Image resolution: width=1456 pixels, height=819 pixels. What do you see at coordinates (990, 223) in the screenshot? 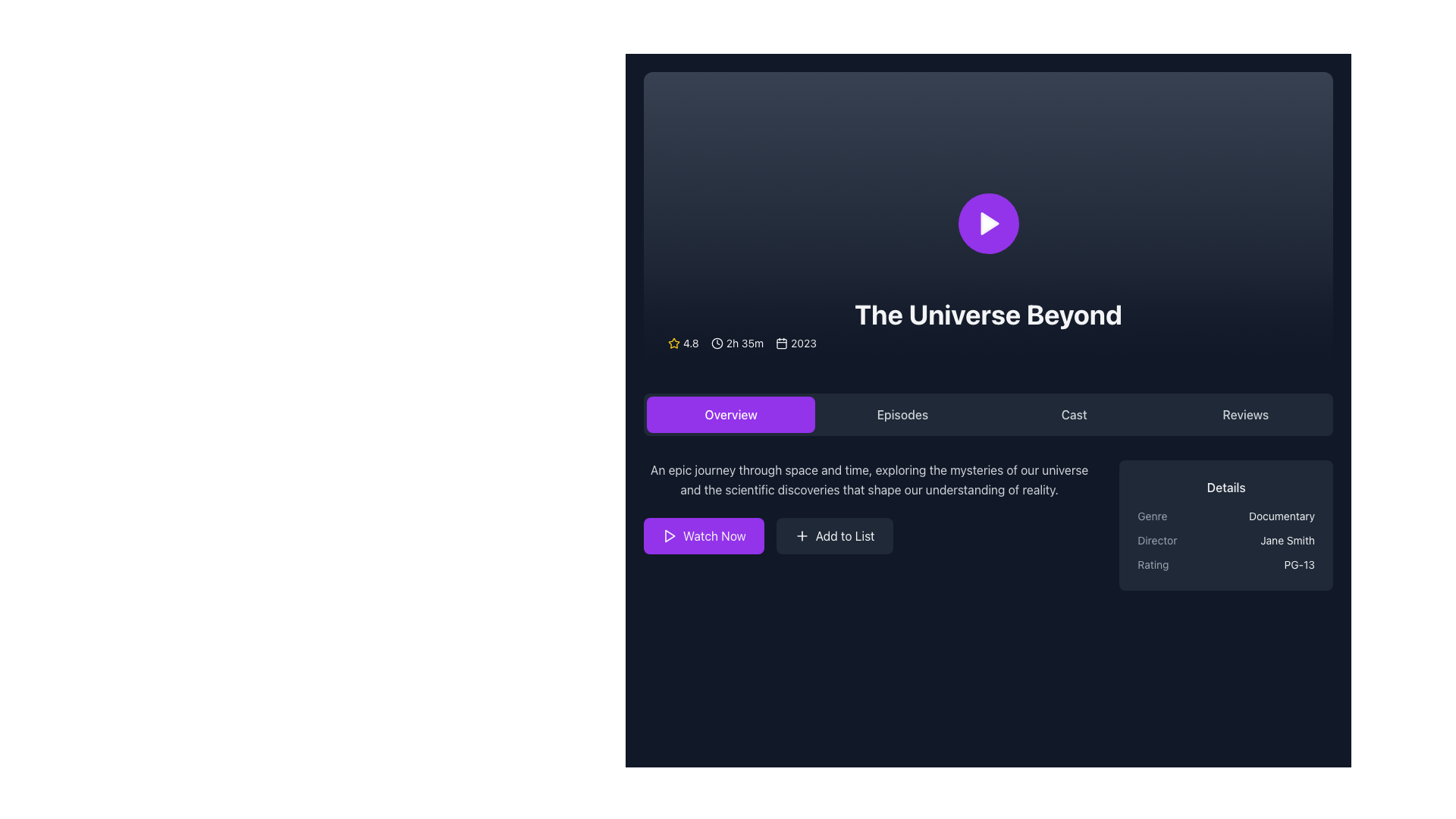
I see `the distinct triangular play icon within the circular button, which has a white triangle against a purple background, located in the upper-middle portion of the interface` at bounding box center [990, 223].